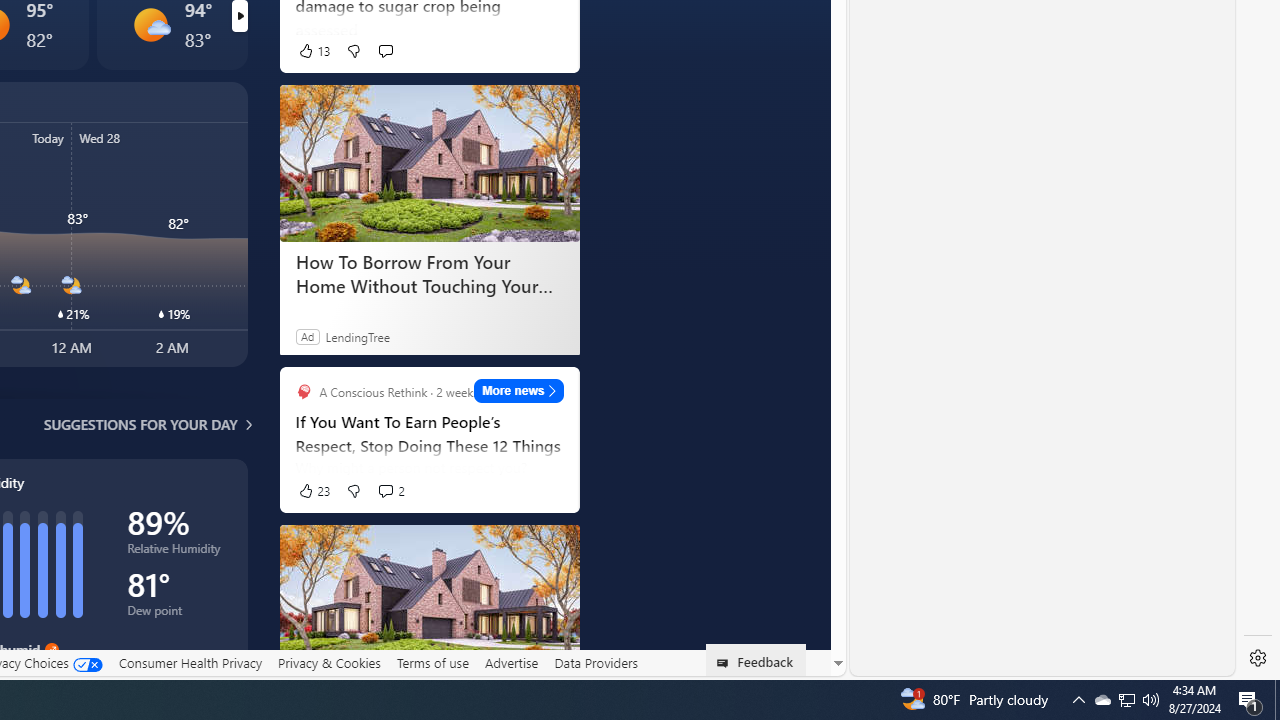  I want to click on 'Consumer Health Privacy', so click(190, 663).